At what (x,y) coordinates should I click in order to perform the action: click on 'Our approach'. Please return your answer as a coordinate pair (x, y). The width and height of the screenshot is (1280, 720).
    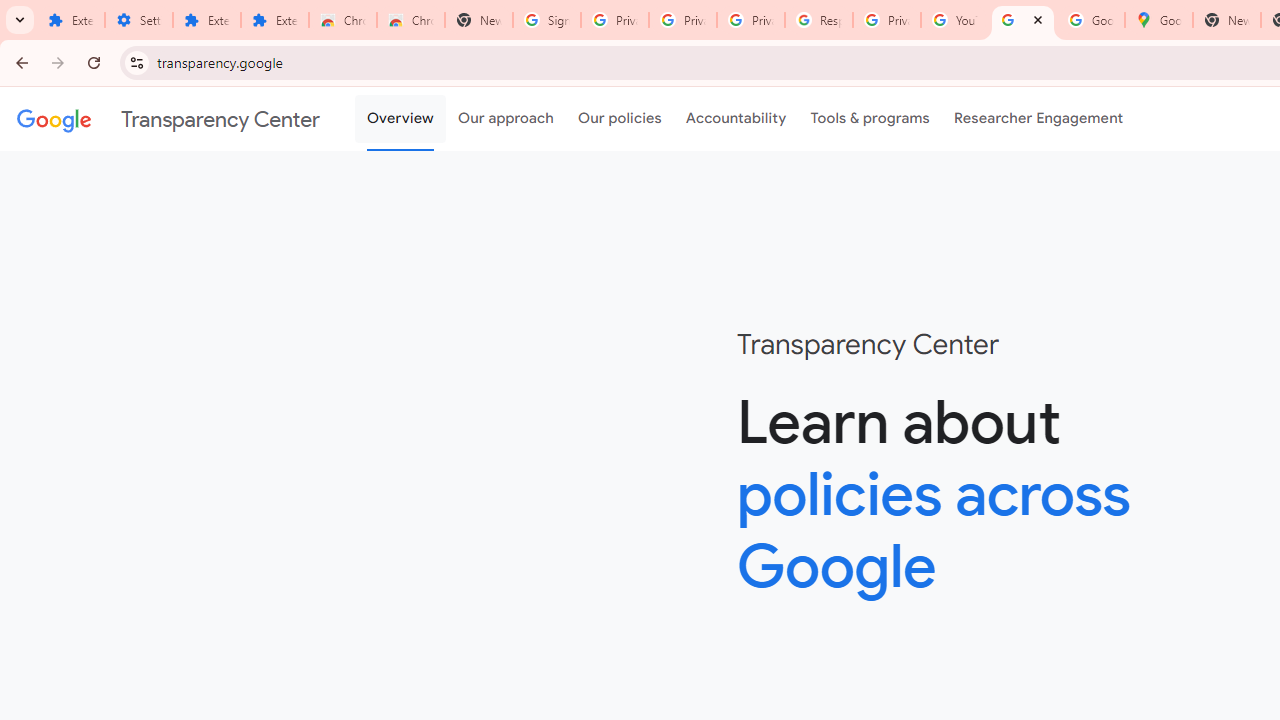
    Looking at the image, I should click on (506, 119).